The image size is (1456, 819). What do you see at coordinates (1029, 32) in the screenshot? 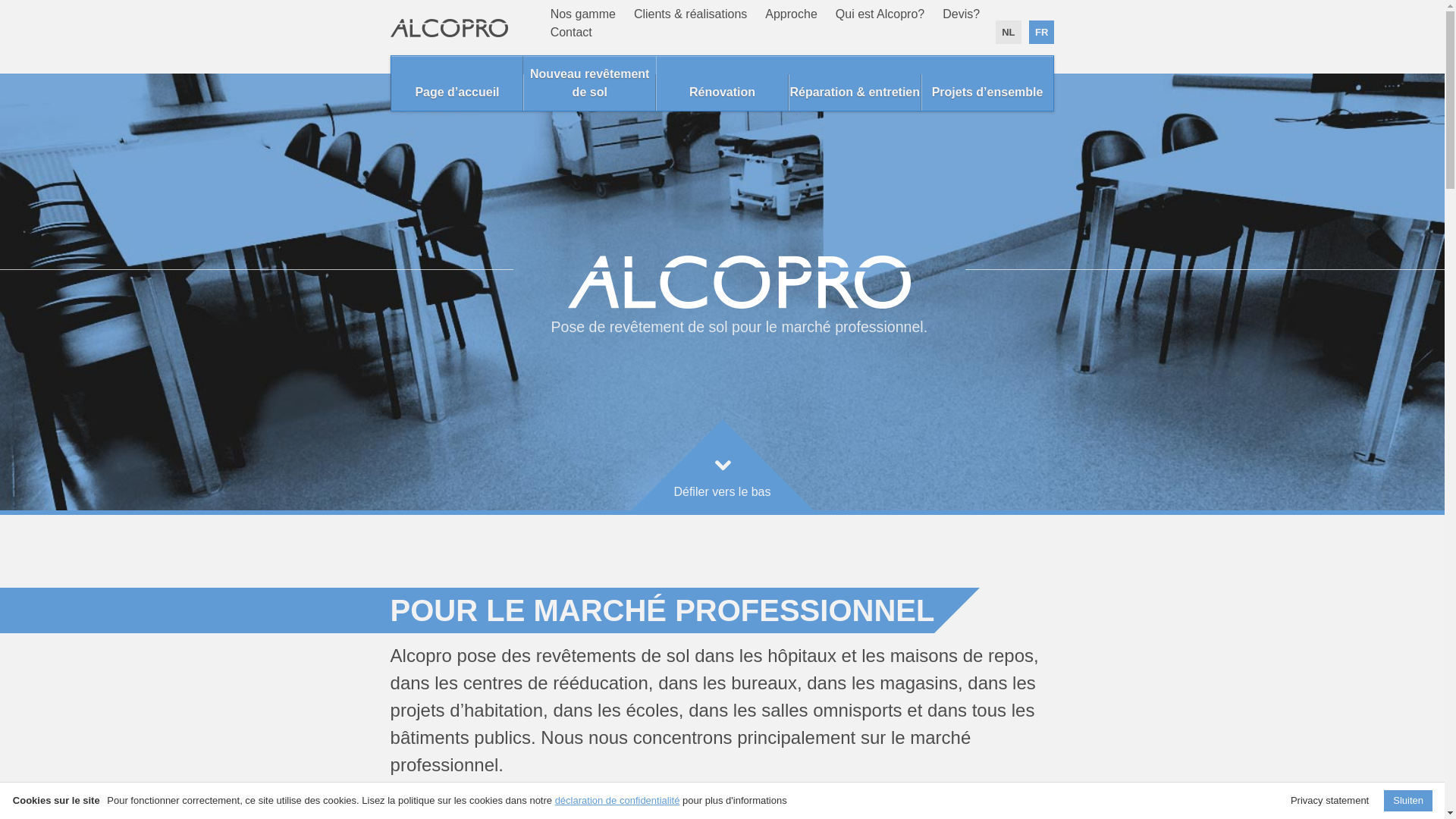
I see `'FR'` at bounding box center [1029, 32].